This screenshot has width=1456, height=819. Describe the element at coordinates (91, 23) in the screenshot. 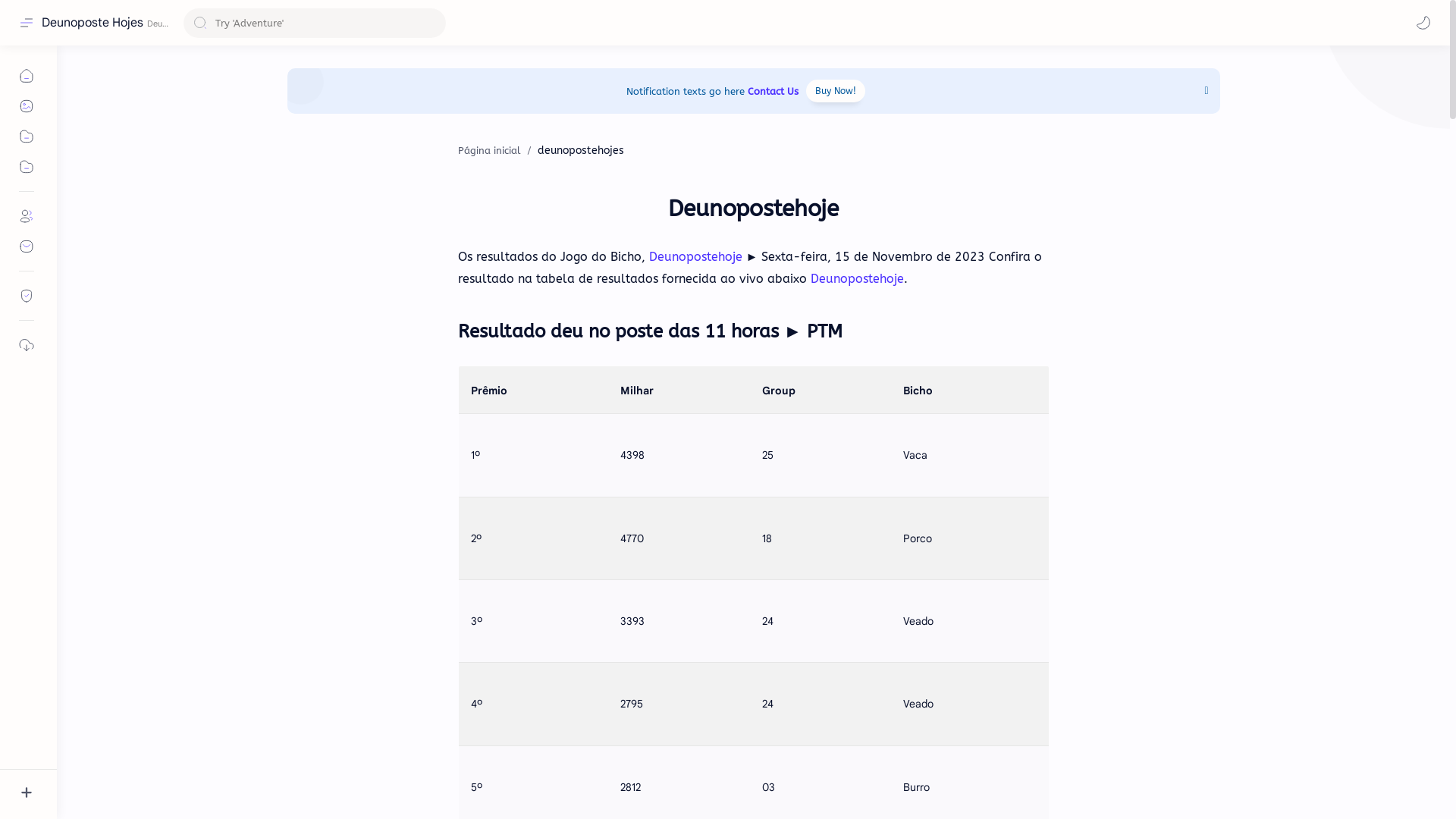

I see `'Deunoposte Hojes'` at that location.